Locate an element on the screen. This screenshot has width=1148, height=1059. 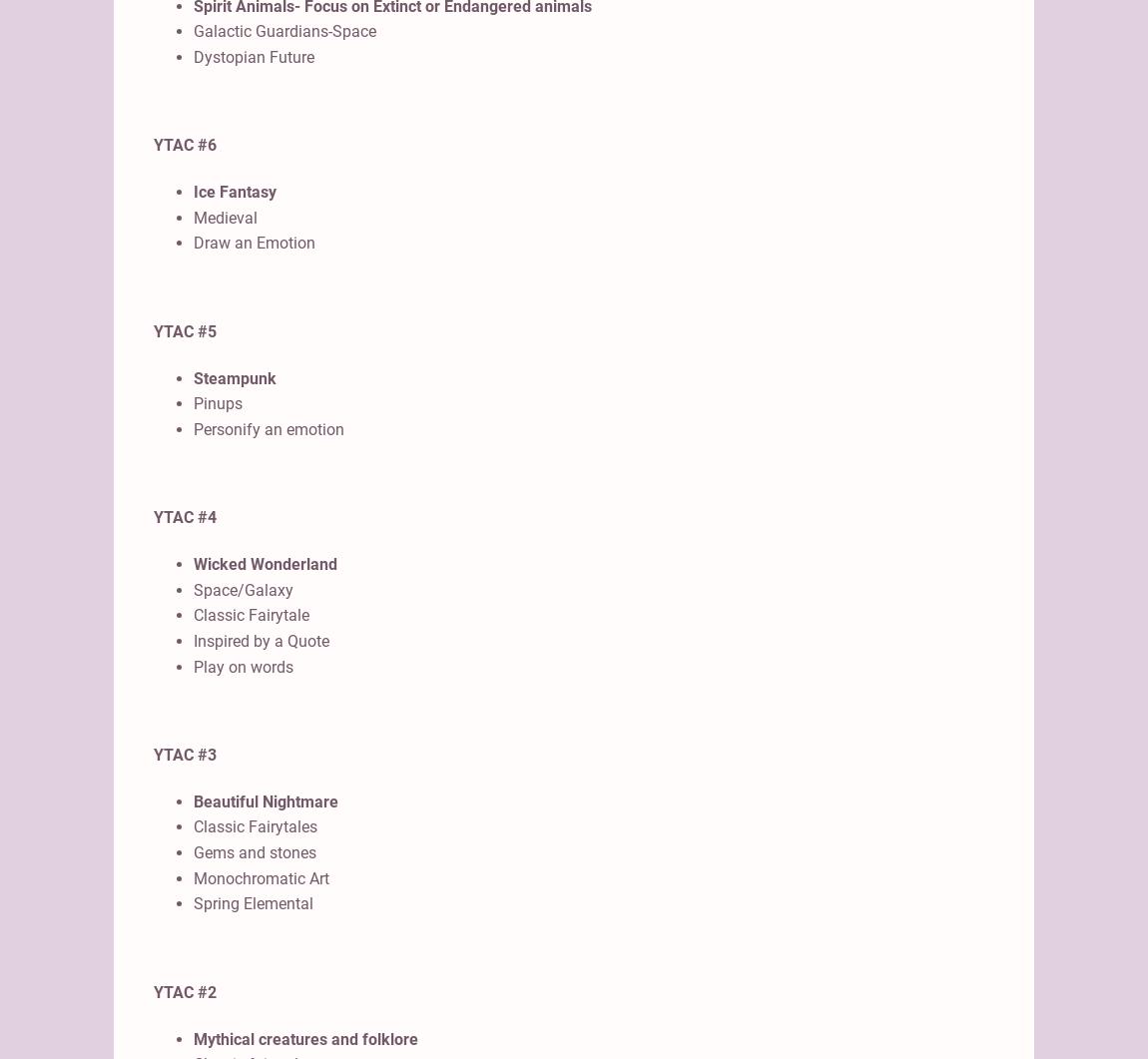
'YTAC #5' is located at coordinates (184, 329).